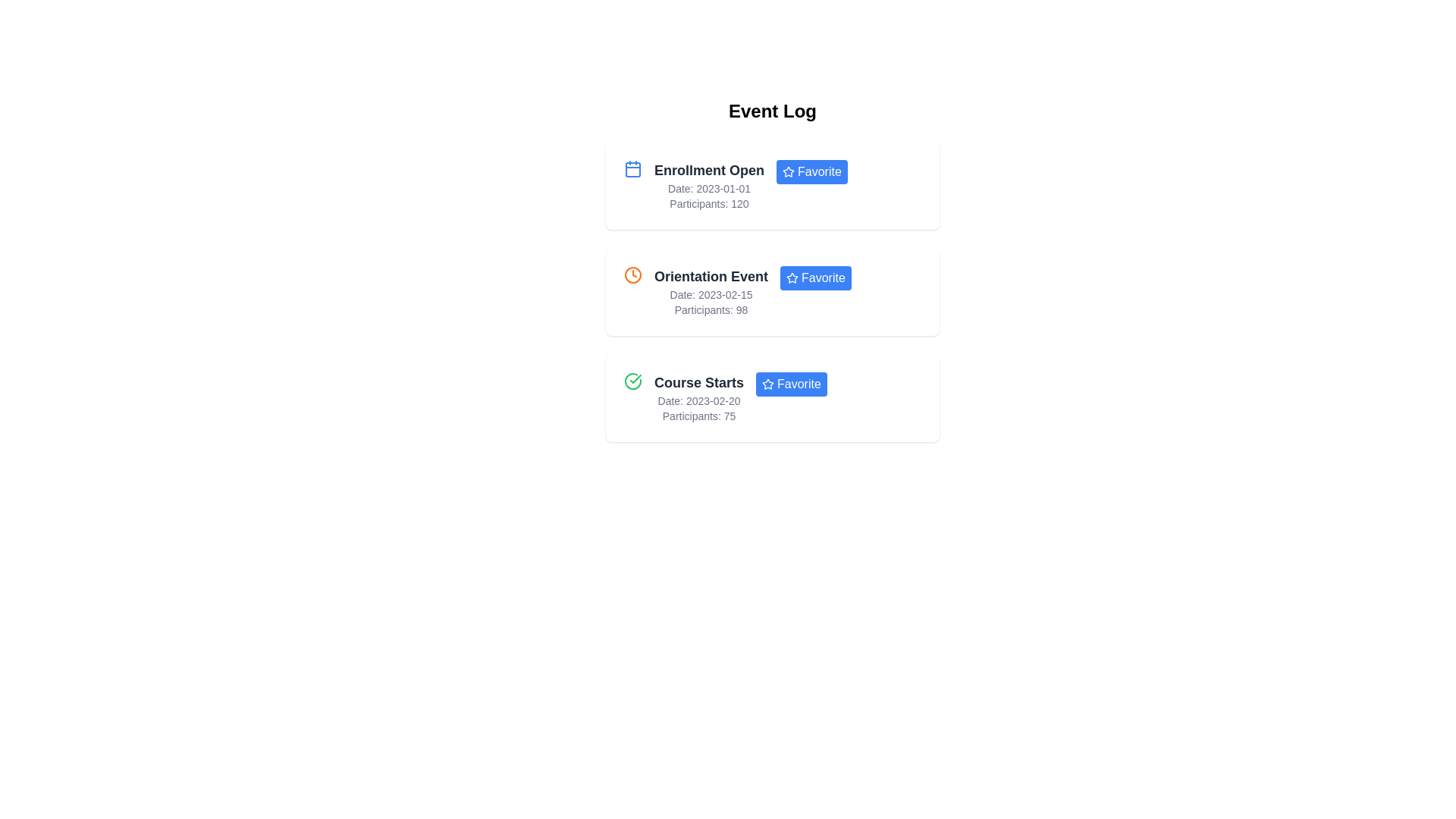 This screenshot has width=1456, height=819. I want to click on the static text label displaying the number of participants for the 'Orientation Event', located in the bottom-left region of the event's section, so click(711, 309).